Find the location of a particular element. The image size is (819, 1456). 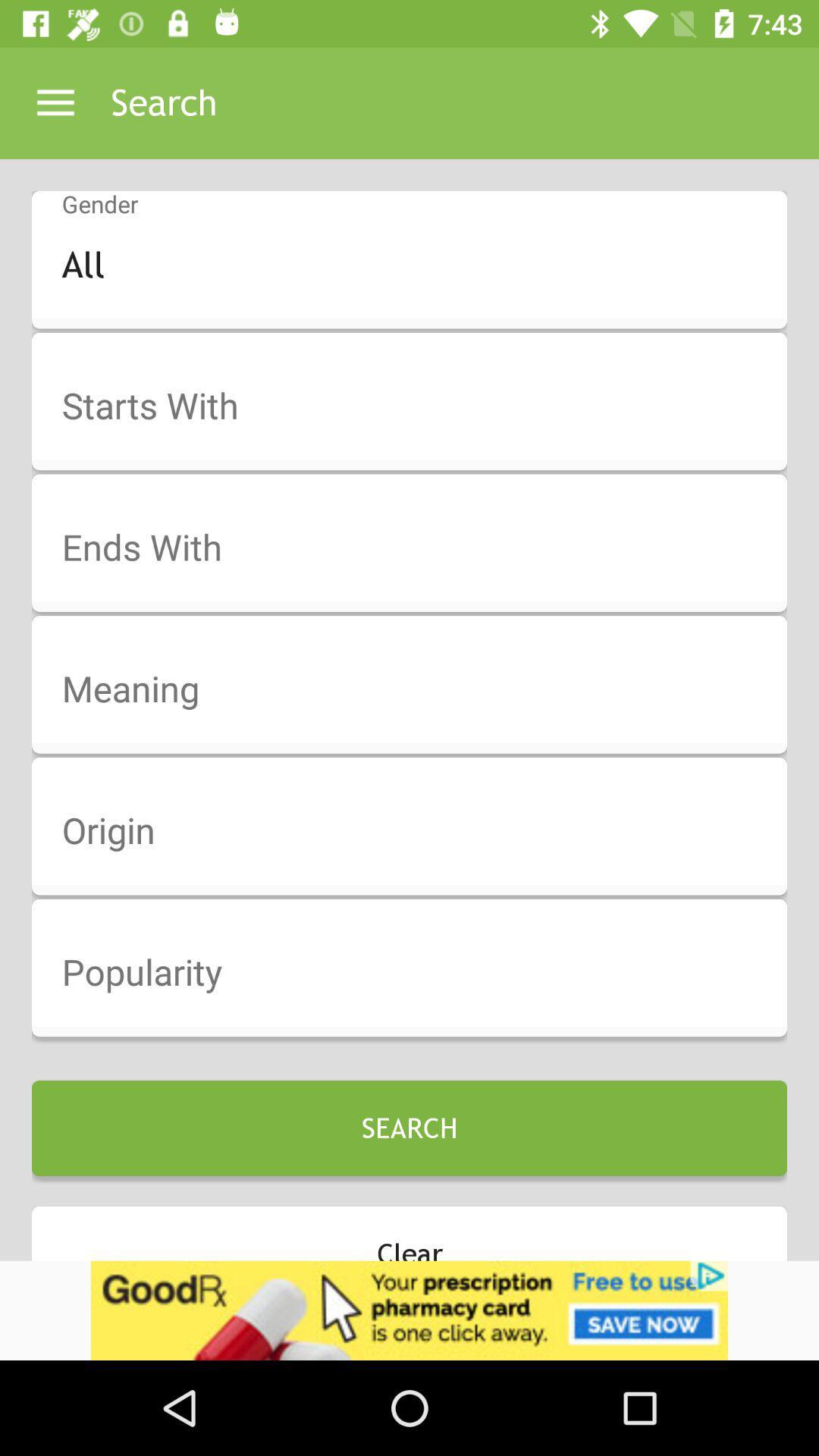

the meaning letter is located at coordinates (419, 689).